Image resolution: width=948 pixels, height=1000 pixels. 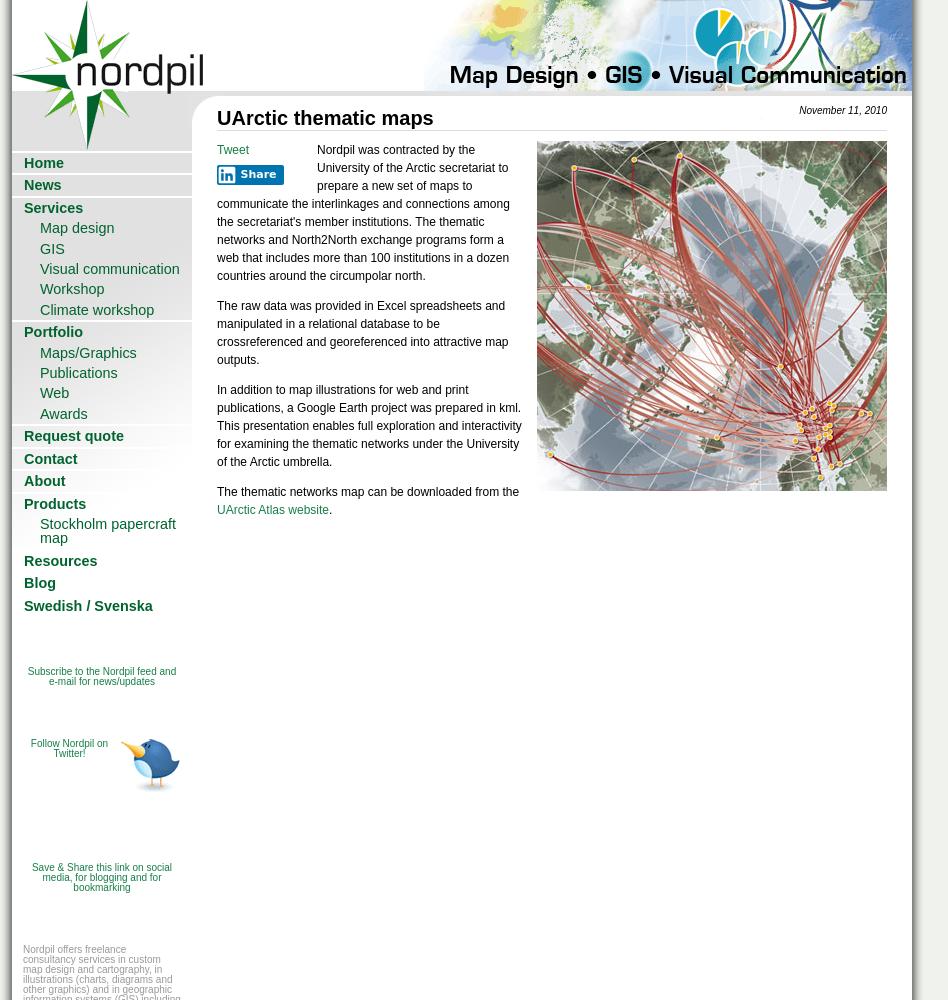 What do you see at coordinates (39, 582) in the screenshot?
I see `'Blog'` at bounding box center [39, 582].